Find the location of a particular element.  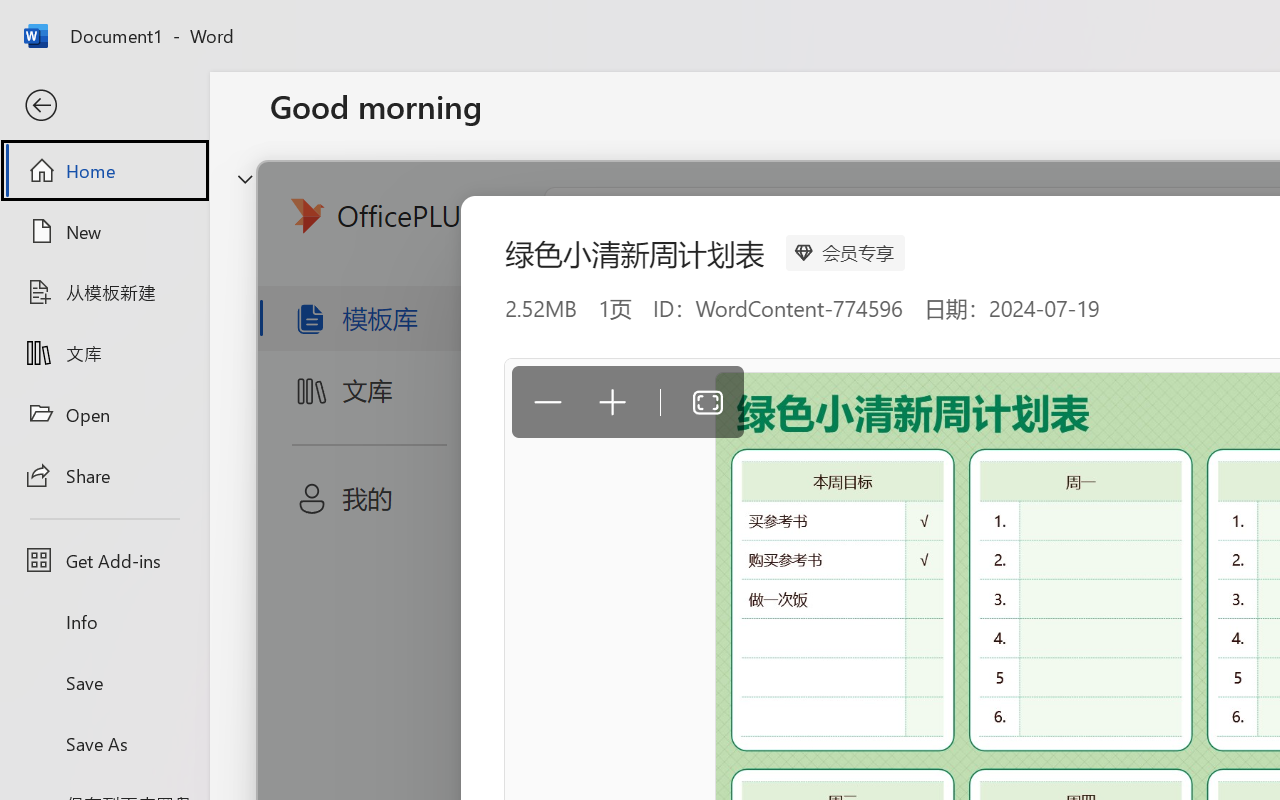

'Get Add-ins' is located at coordinates (103, 560).